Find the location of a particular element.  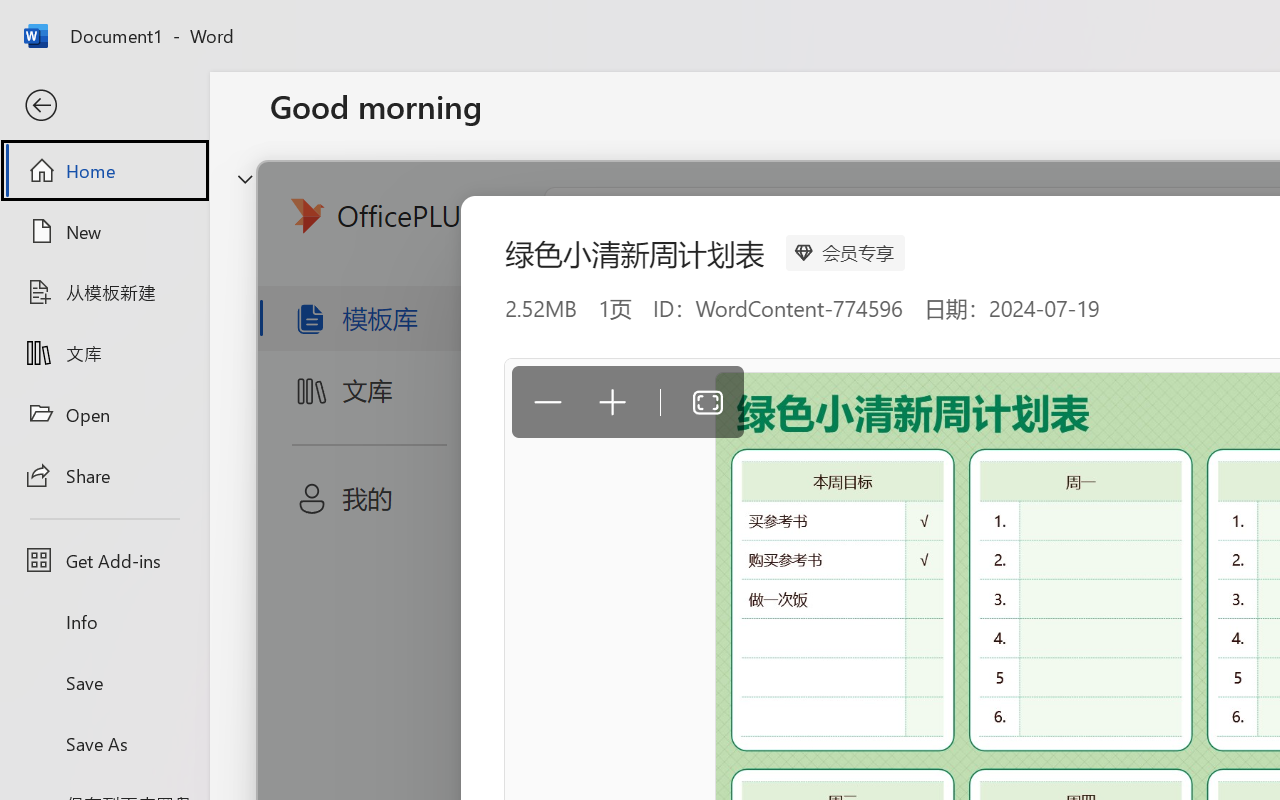

'Get Add-ins' is located at coordinates (103, 560).